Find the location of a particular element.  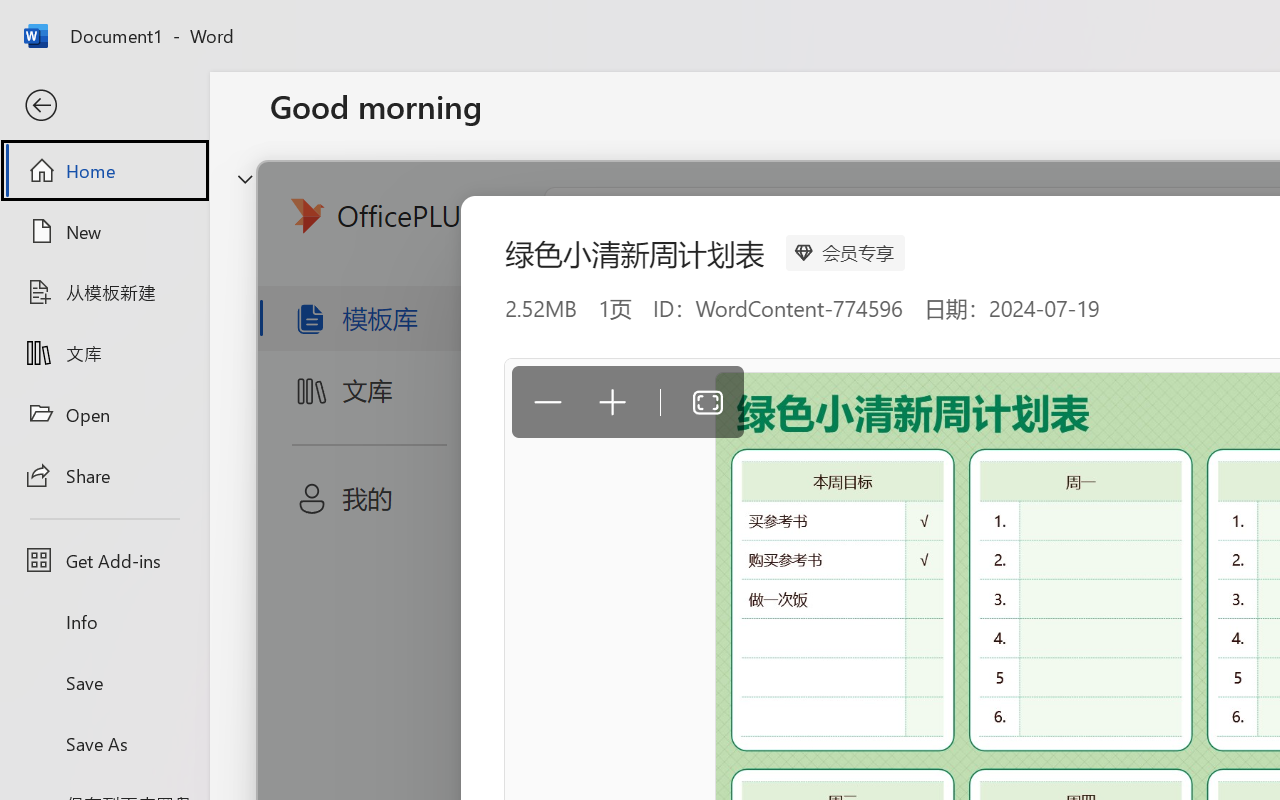

'Get Add-ins' is located at coordinates (103, 560).